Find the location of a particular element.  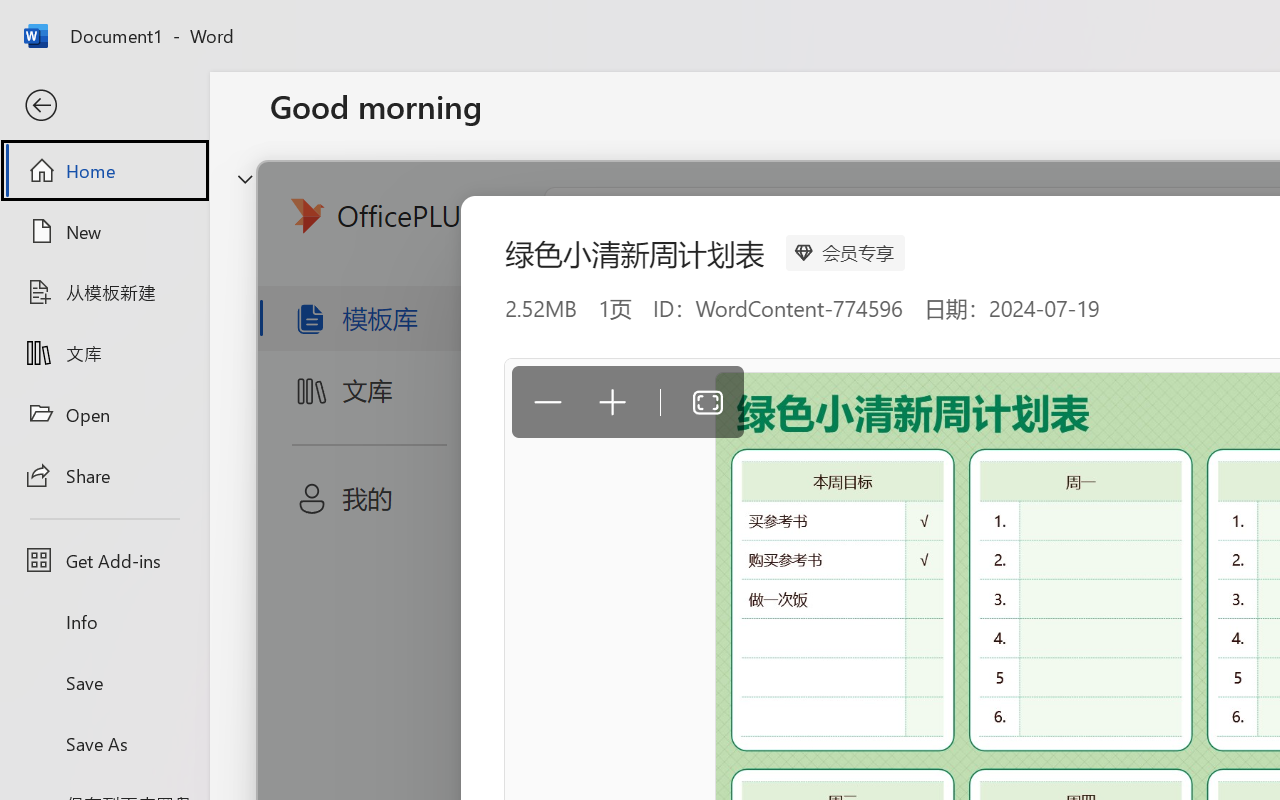

'Get Add-ins' is located at coordinates (103, 560).